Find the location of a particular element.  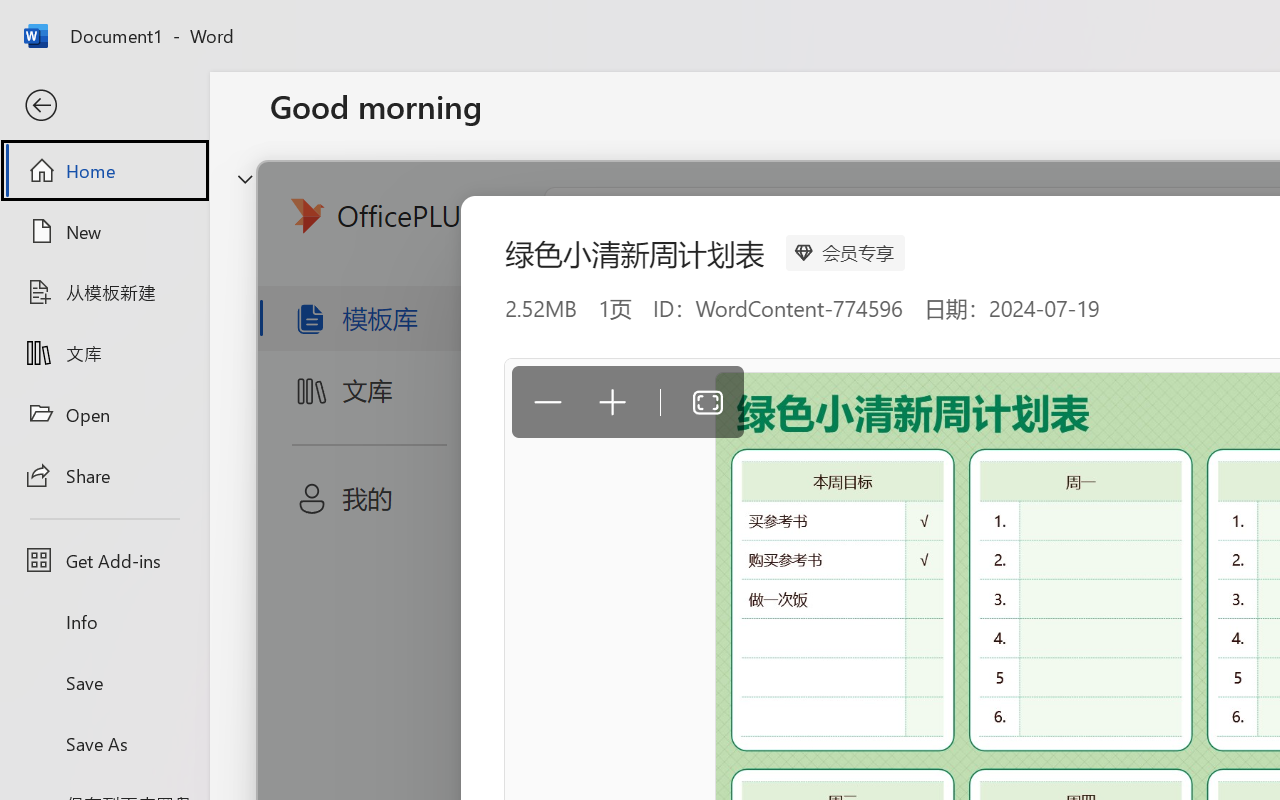

'Get Add-ins' is located at coordinates (103, 560).